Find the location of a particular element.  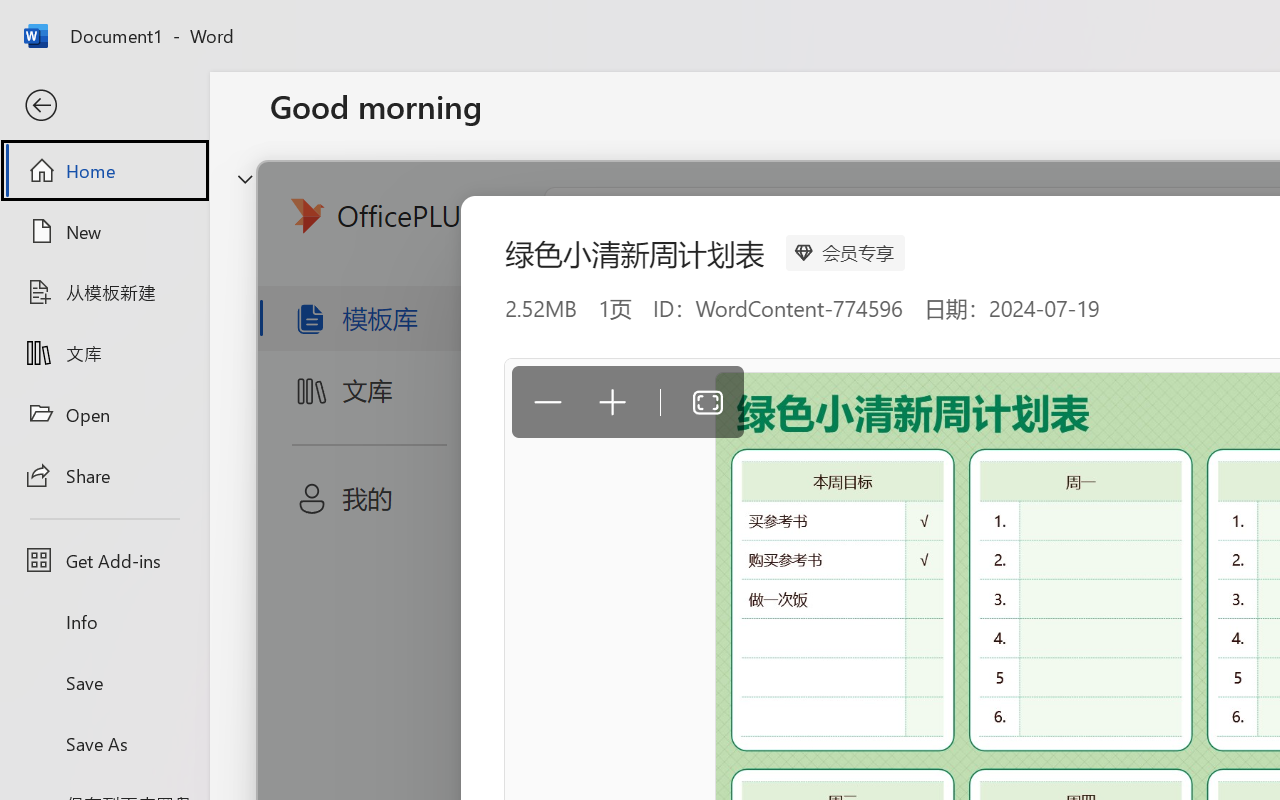

'Get Add-ins' is located at coordinates (103, 560).